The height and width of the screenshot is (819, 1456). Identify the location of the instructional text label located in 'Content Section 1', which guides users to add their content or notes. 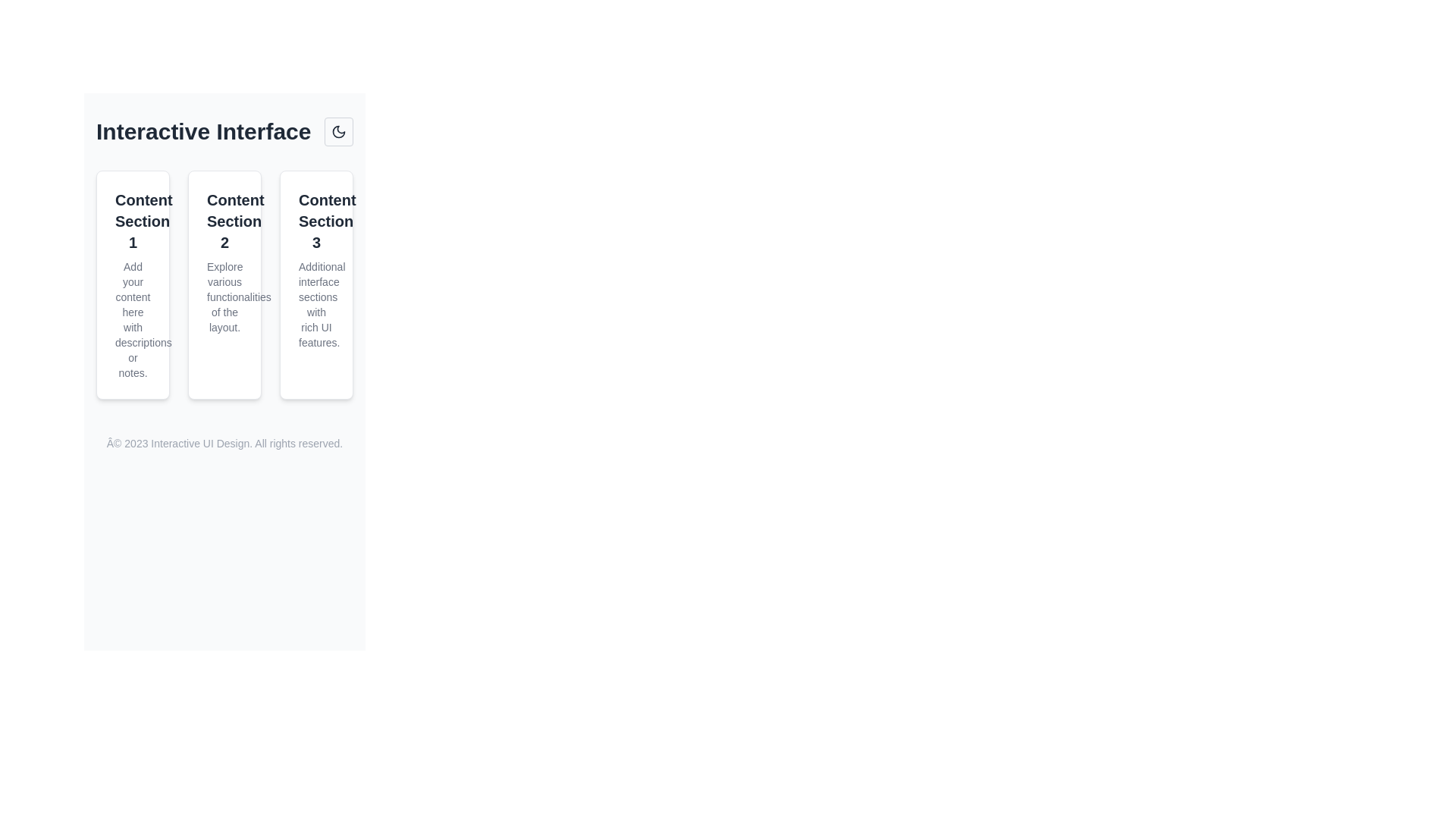
(133, 318).